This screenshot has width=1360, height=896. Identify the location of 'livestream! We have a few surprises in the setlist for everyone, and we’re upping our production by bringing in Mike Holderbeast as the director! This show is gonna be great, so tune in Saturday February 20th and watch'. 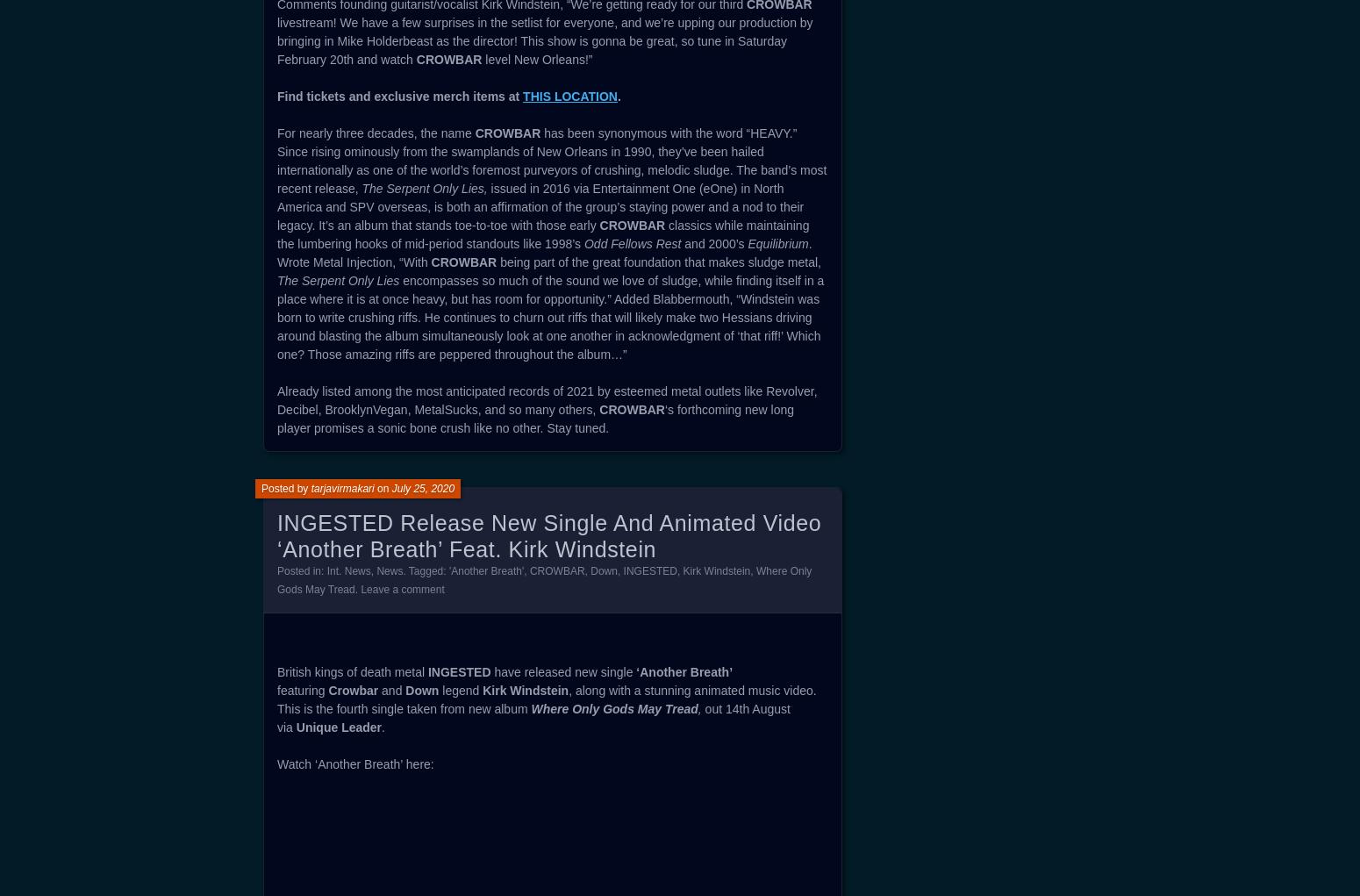
(276, 40).